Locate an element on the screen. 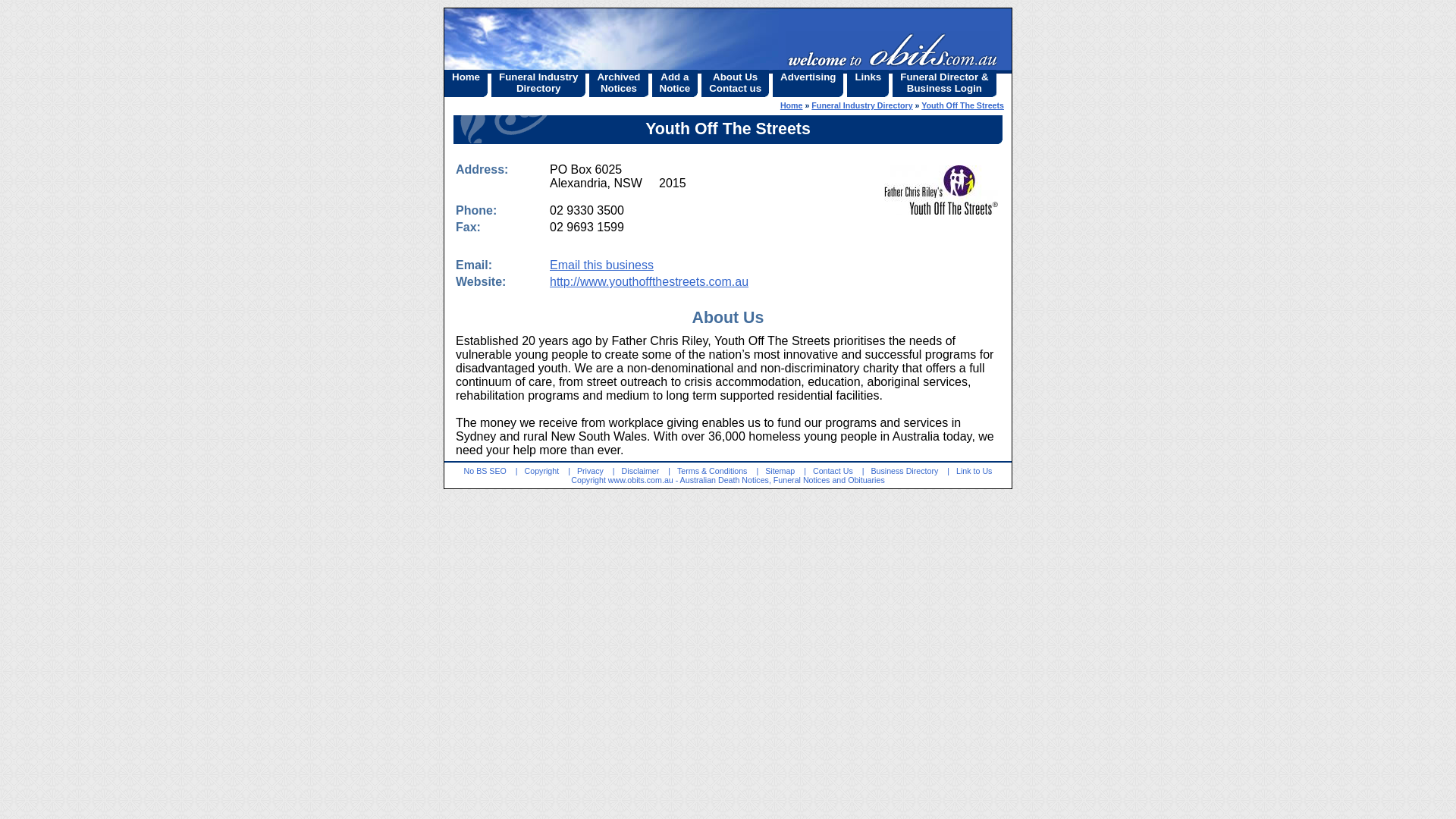 This screenshot has height=819, width=1456. 'http://www.youthoffthestreets.com.au' is located at coordinates (648, 281).